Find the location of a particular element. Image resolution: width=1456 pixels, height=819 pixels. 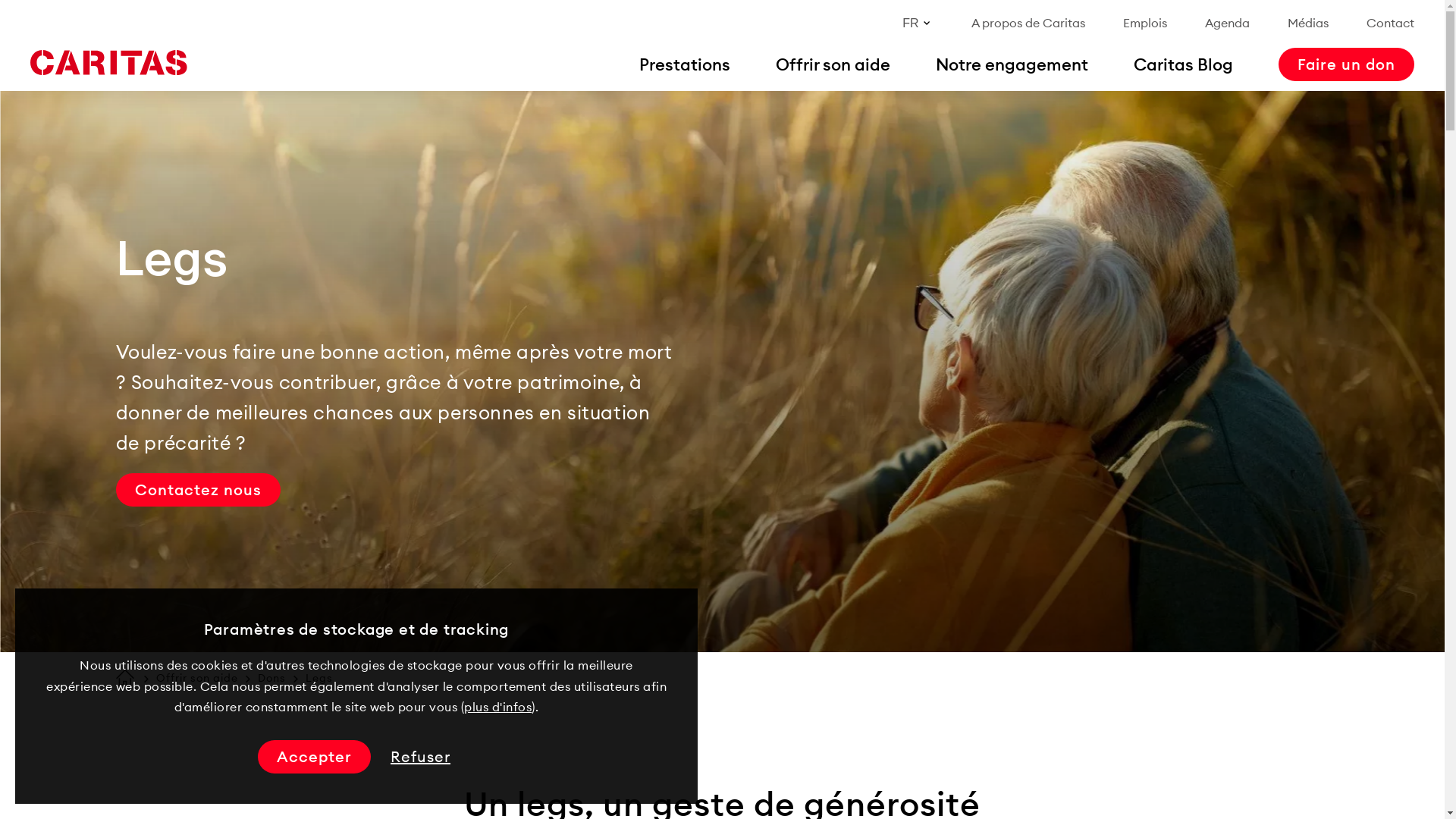

'plus d'infos' is located at coordinates (497, 707).